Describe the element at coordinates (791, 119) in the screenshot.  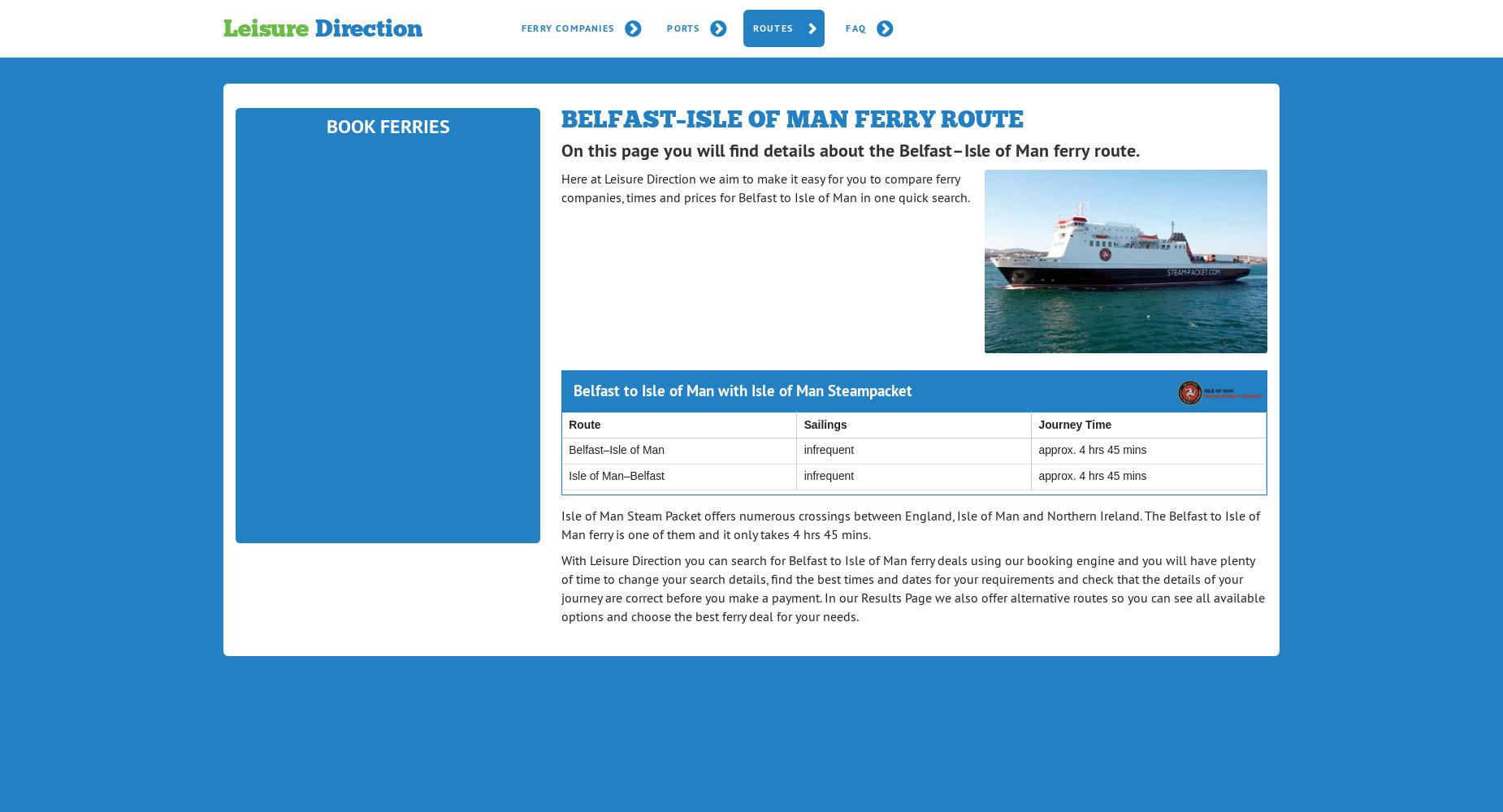
I see `'Belfast–Isle of Man Ferry Route'` at that location.